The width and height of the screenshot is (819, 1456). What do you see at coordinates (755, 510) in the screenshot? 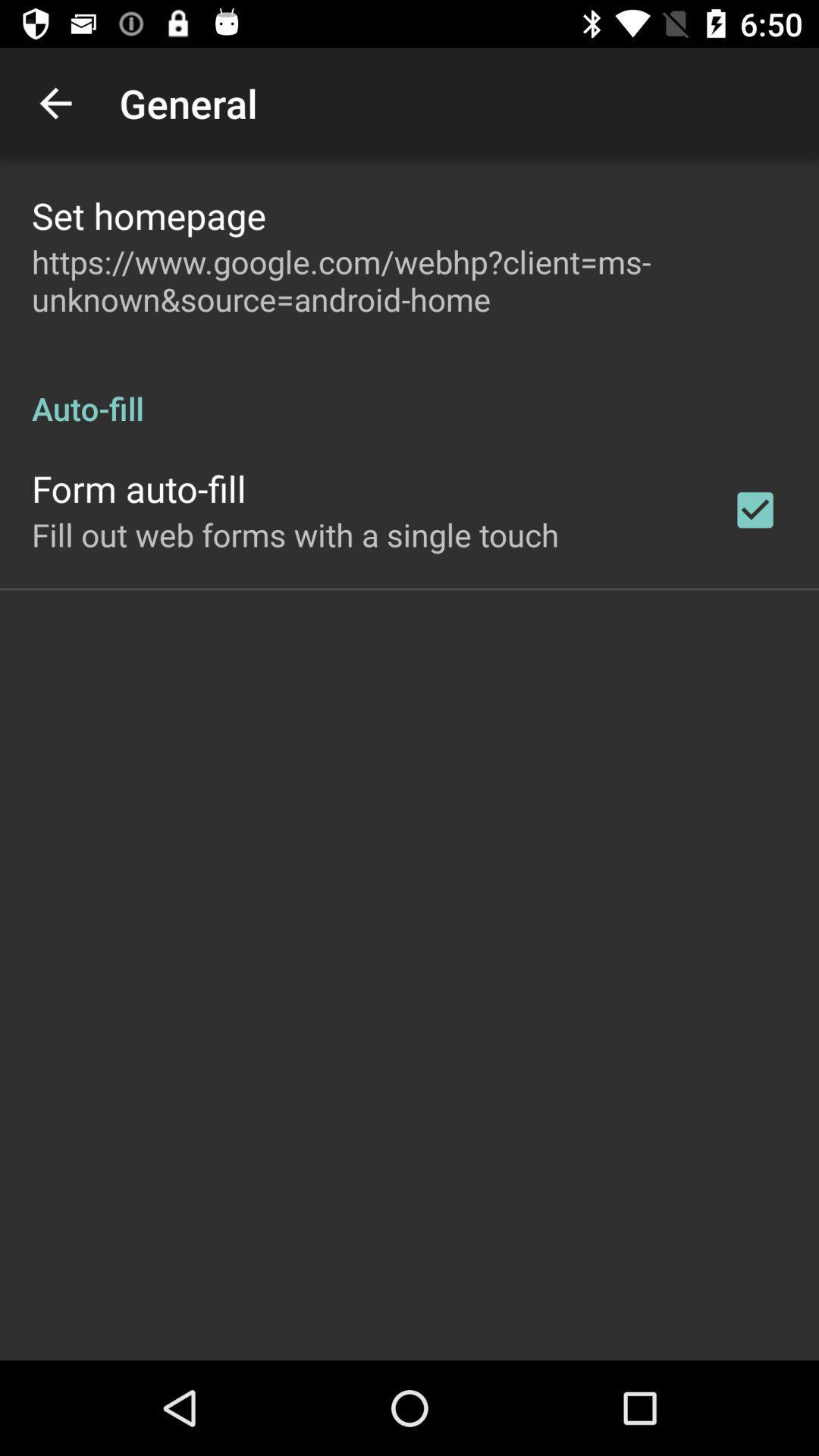
I see `app to the right of fill out web icon` at bounding box center [755, 510].